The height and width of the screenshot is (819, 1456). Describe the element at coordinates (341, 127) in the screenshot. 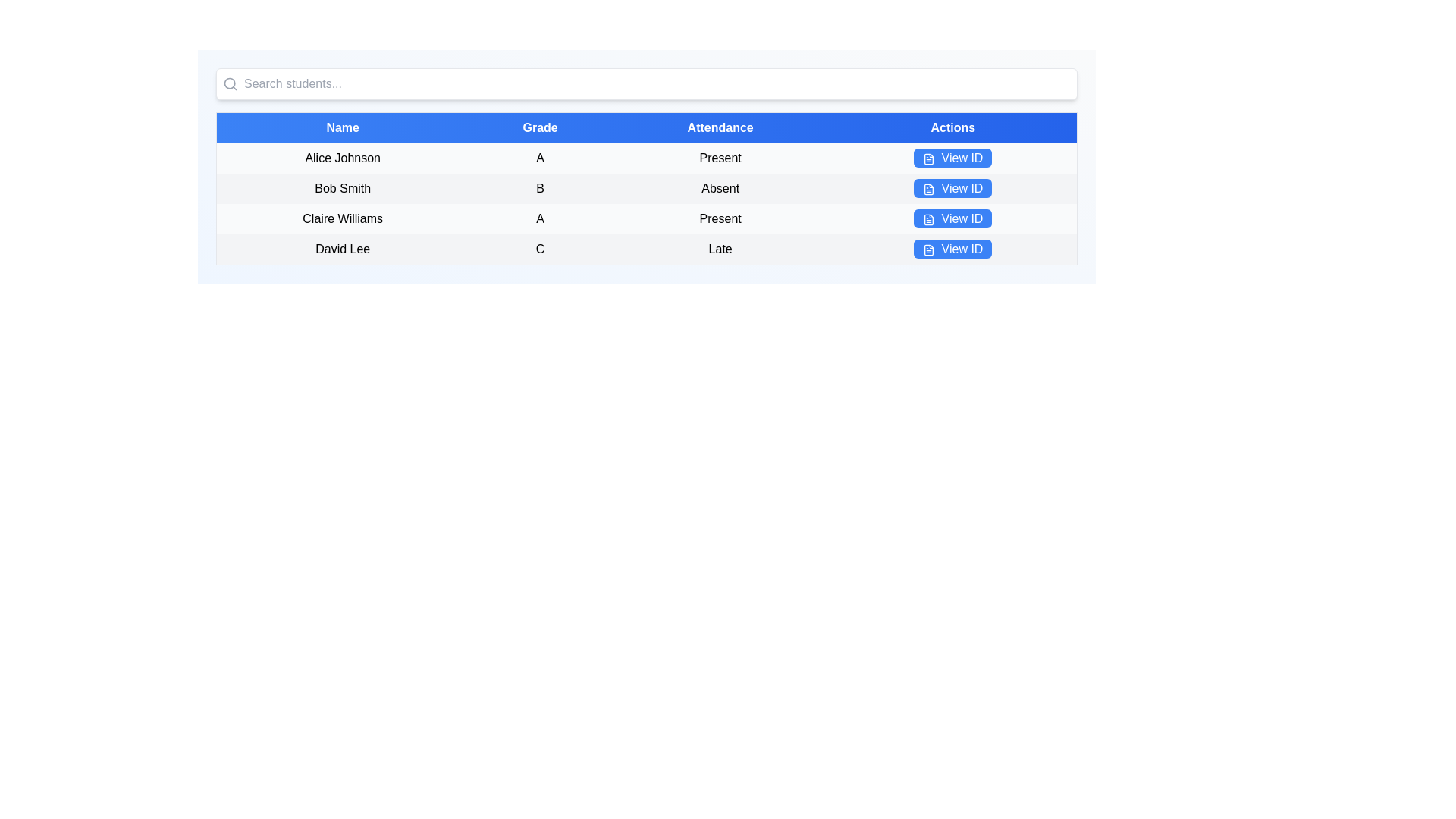

I see `the Header Label indicating student names, which is the first of four headers in a row aligned with 'Grade', 'Attendance', and 'Actions'` at that location.